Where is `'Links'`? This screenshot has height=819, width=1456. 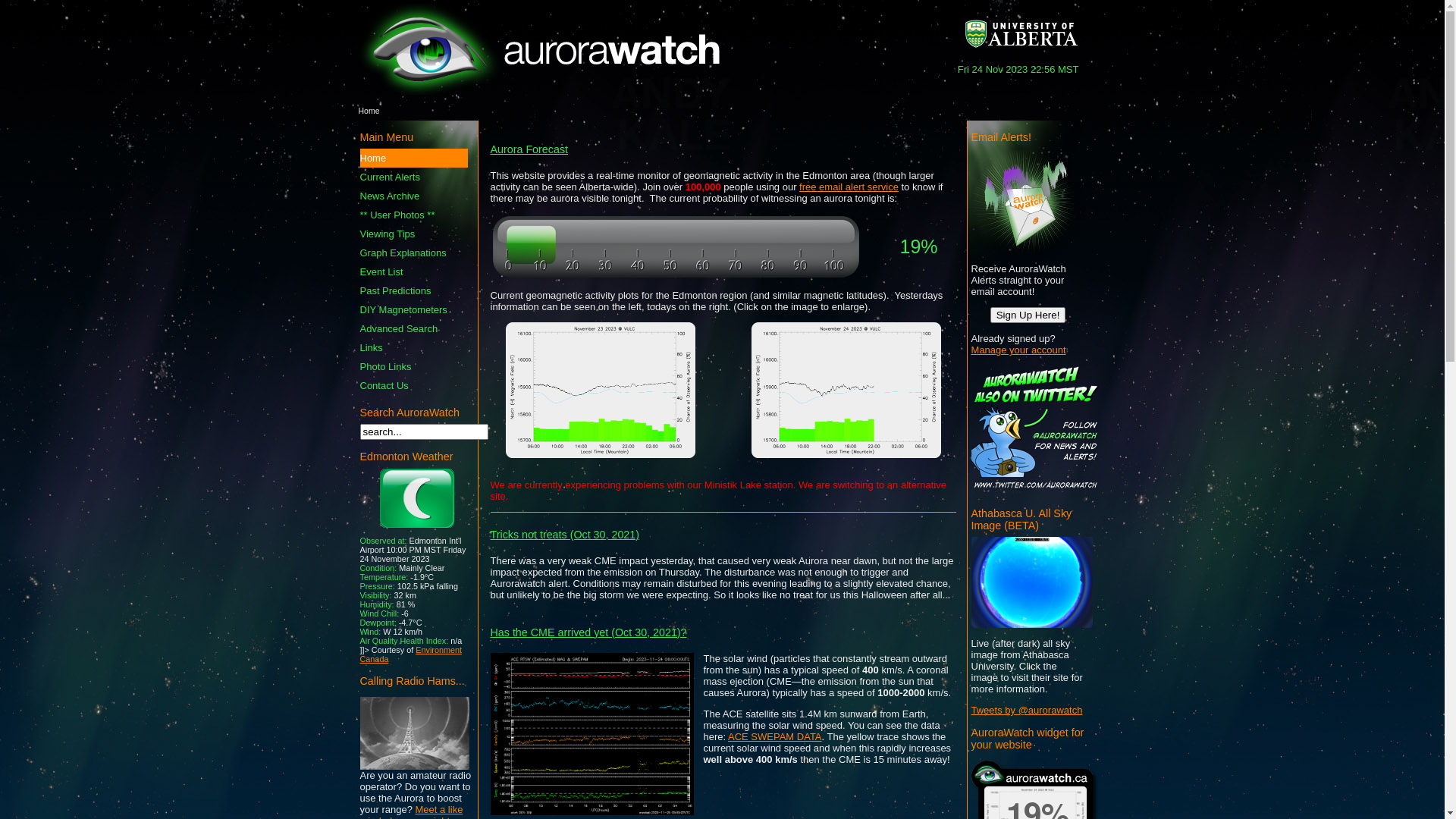
'Links' is located at coordinates (413, 347).